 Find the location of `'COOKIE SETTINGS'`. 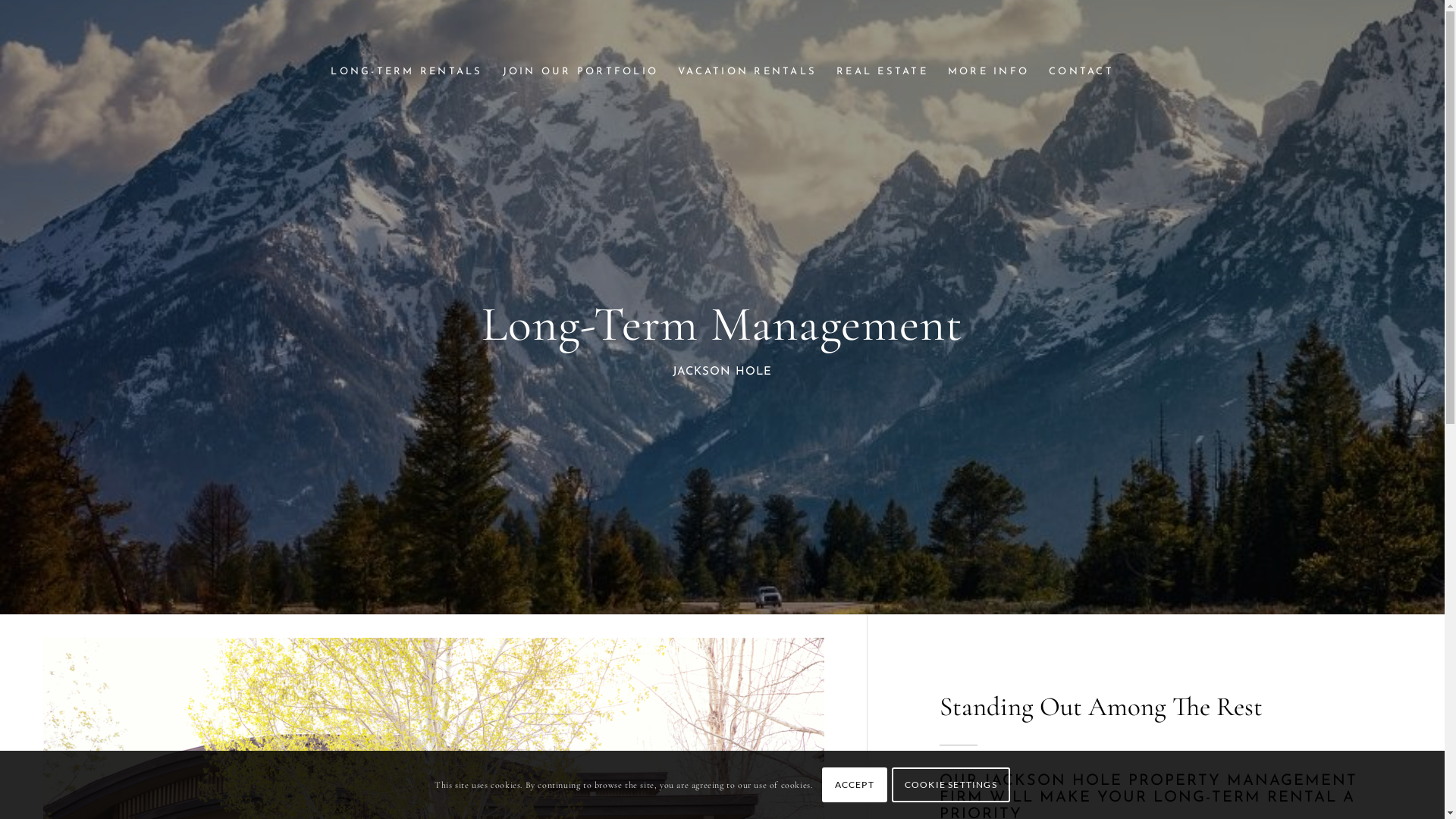

'COOKIE SETTINGS' is located at coordinates (949, 784).